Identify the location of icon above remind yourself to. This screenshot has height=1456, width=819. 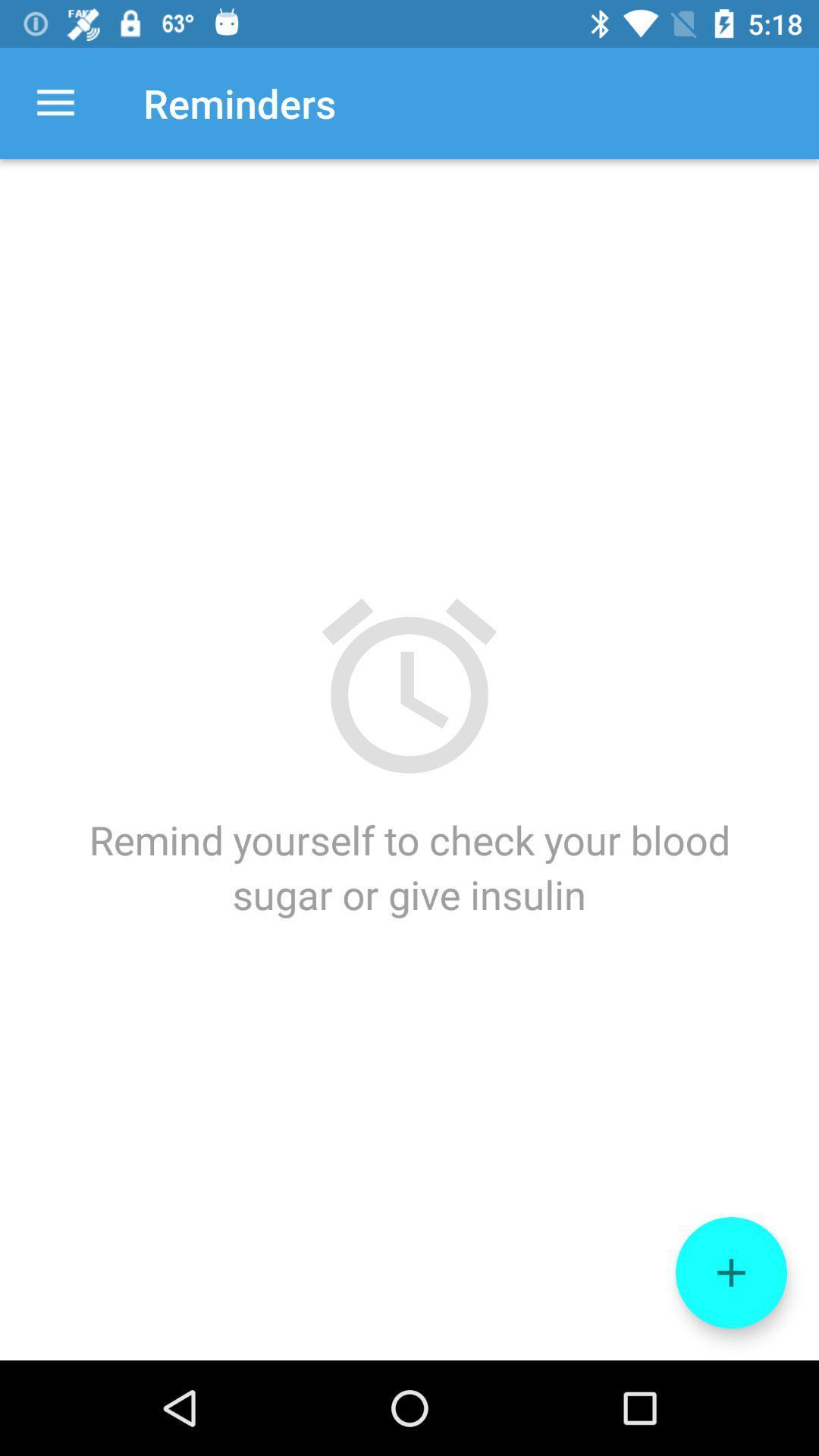
(55, 102).